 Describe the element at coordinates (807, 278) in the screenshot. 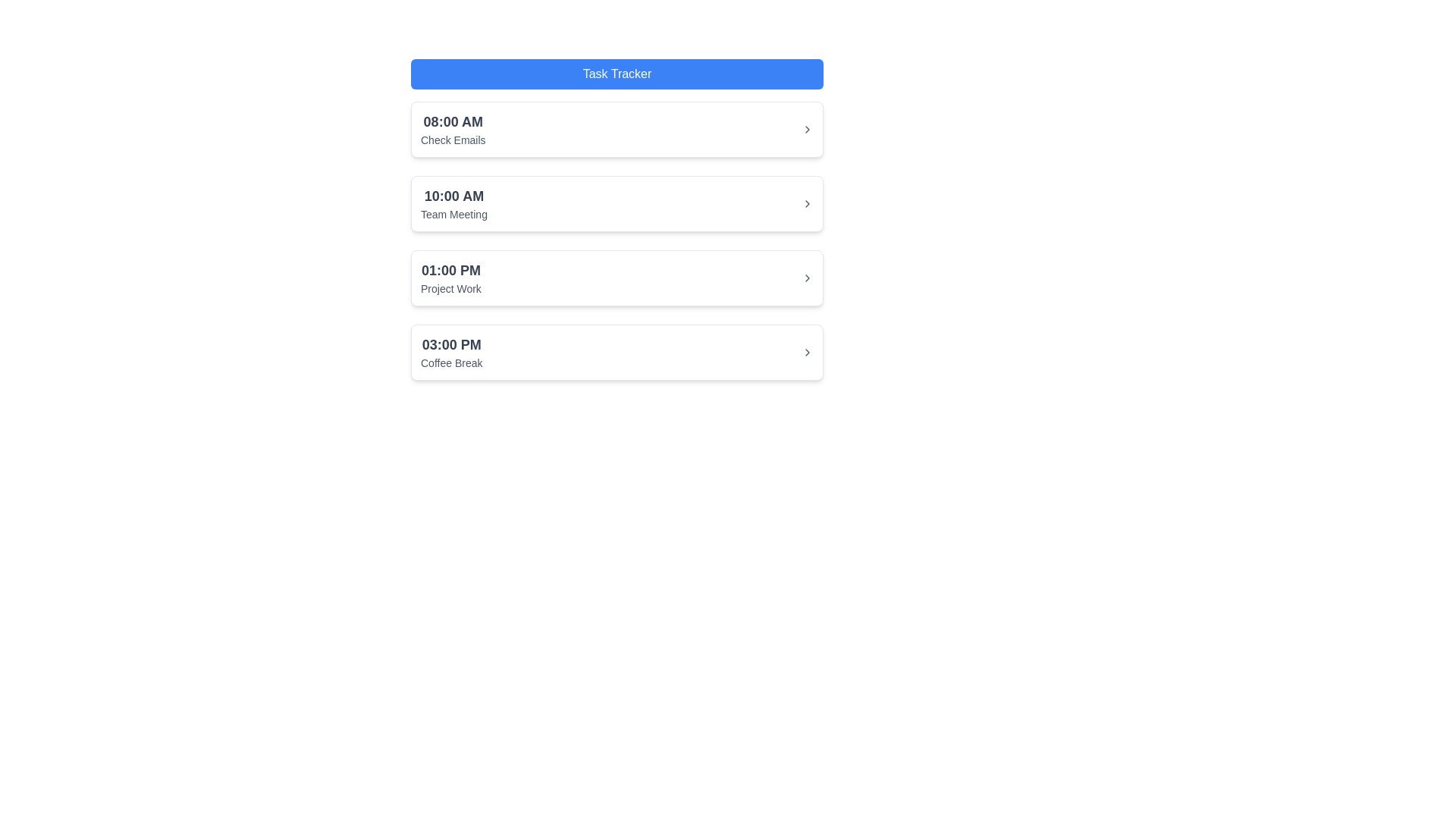

I see `the Rightward Chevron Icon located on the extreme right side of the row containing '01:00 PM' and 'Project Work'` at that location.